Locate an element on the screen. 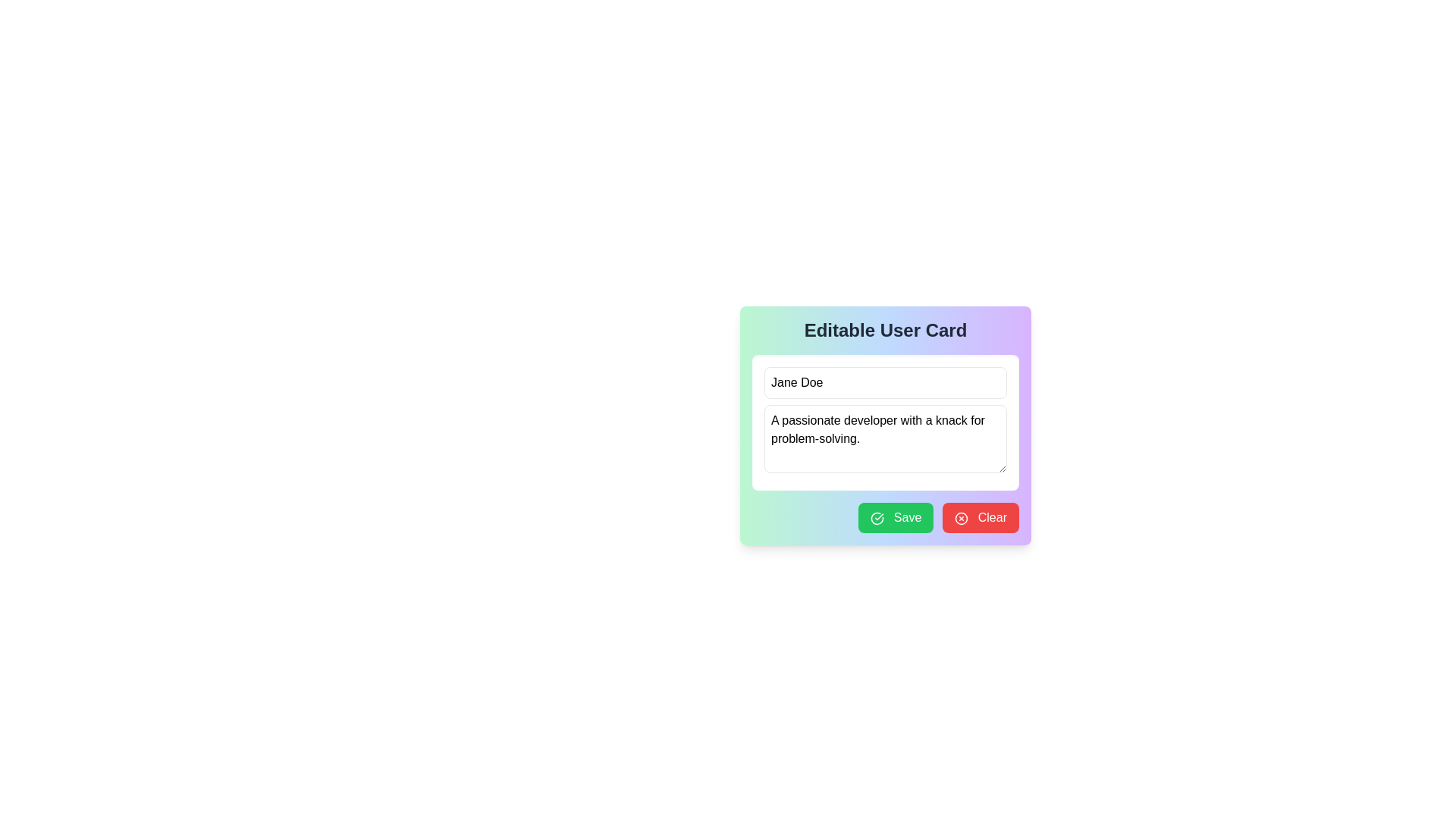 Image resolution: width=1456 pixels, height=819 pixels. the smaller circular visual element at the center of the 'Clear' button icon located in the bottom-right corner of the card interface is located at coordinates (961, 517).